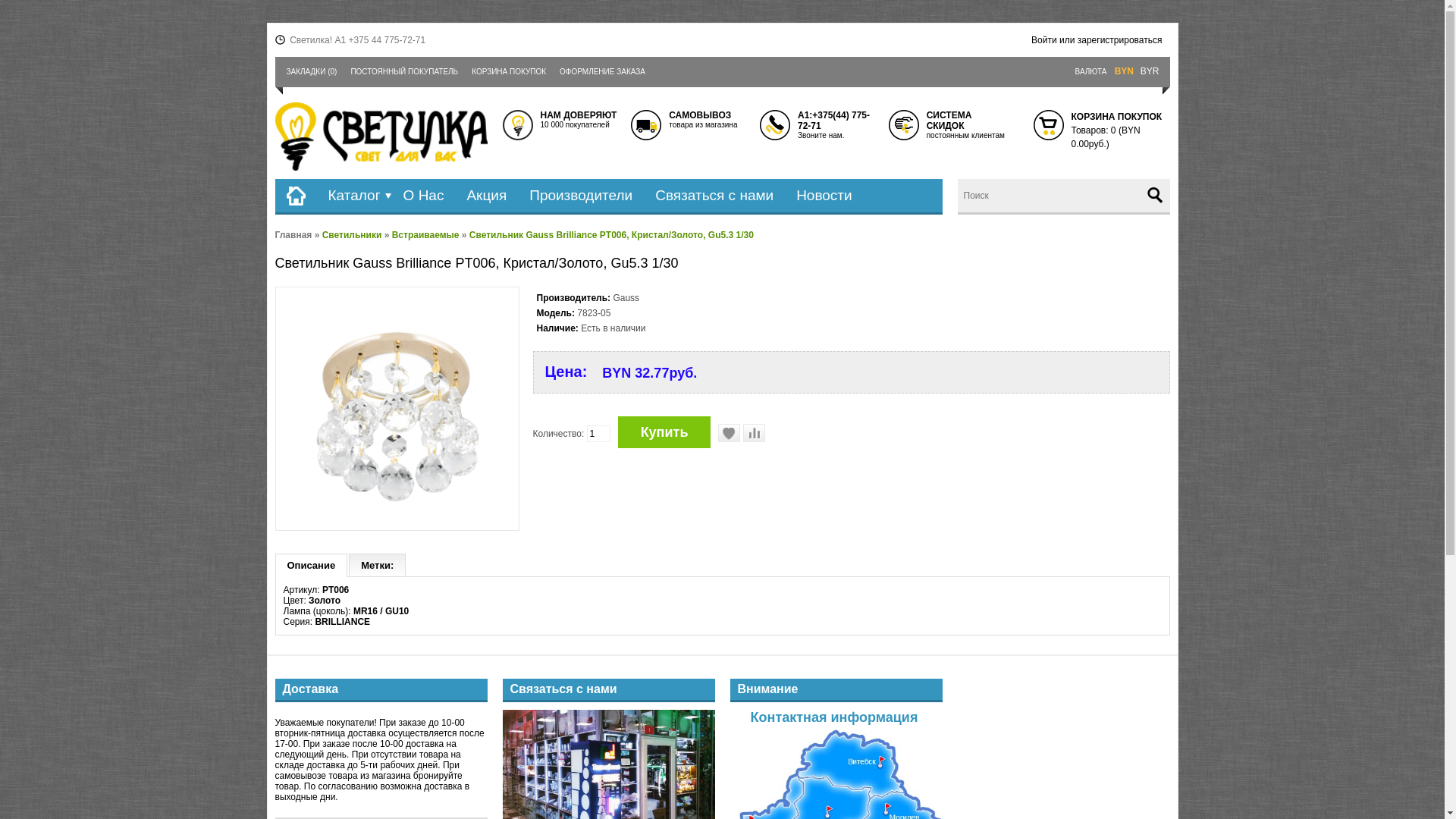  What do you see at coordinates (1124, 71) in the screenshot?
I see `'BYN'` at bounding box center [1124, 71].